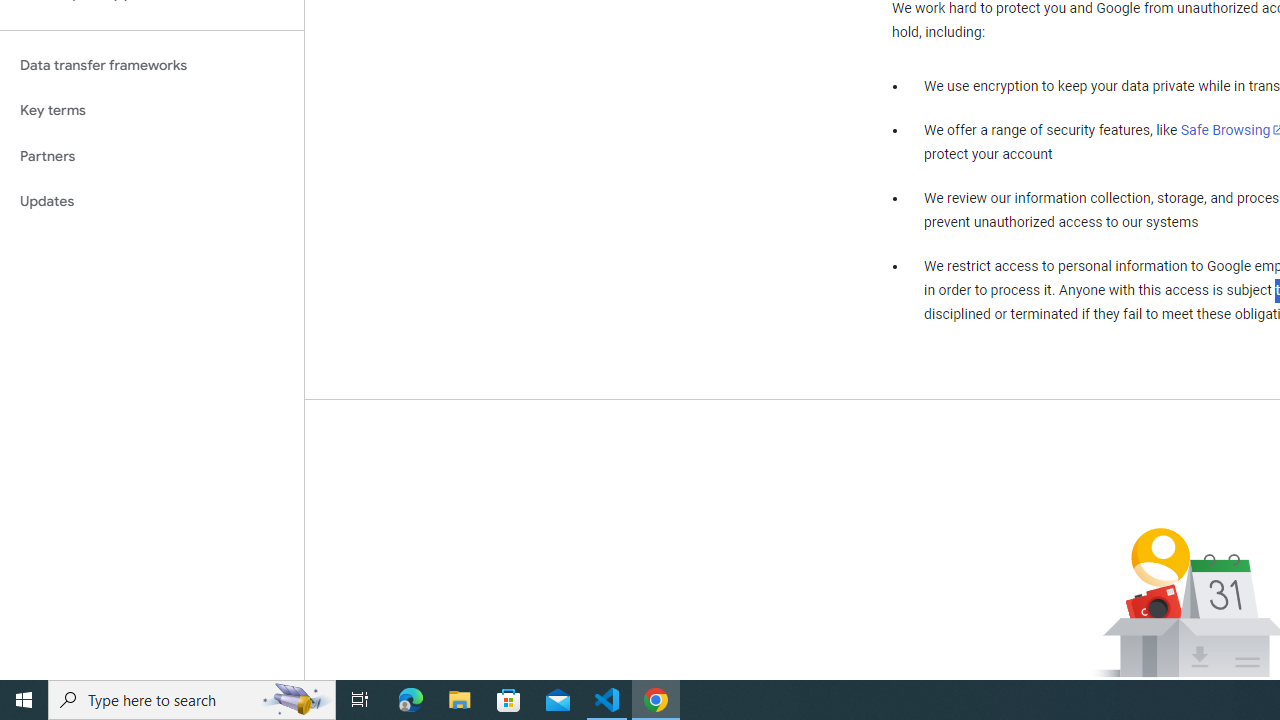 The height and width of the screenshot is (720, 1280). I want to click on 'Updates', so click(151, 201).